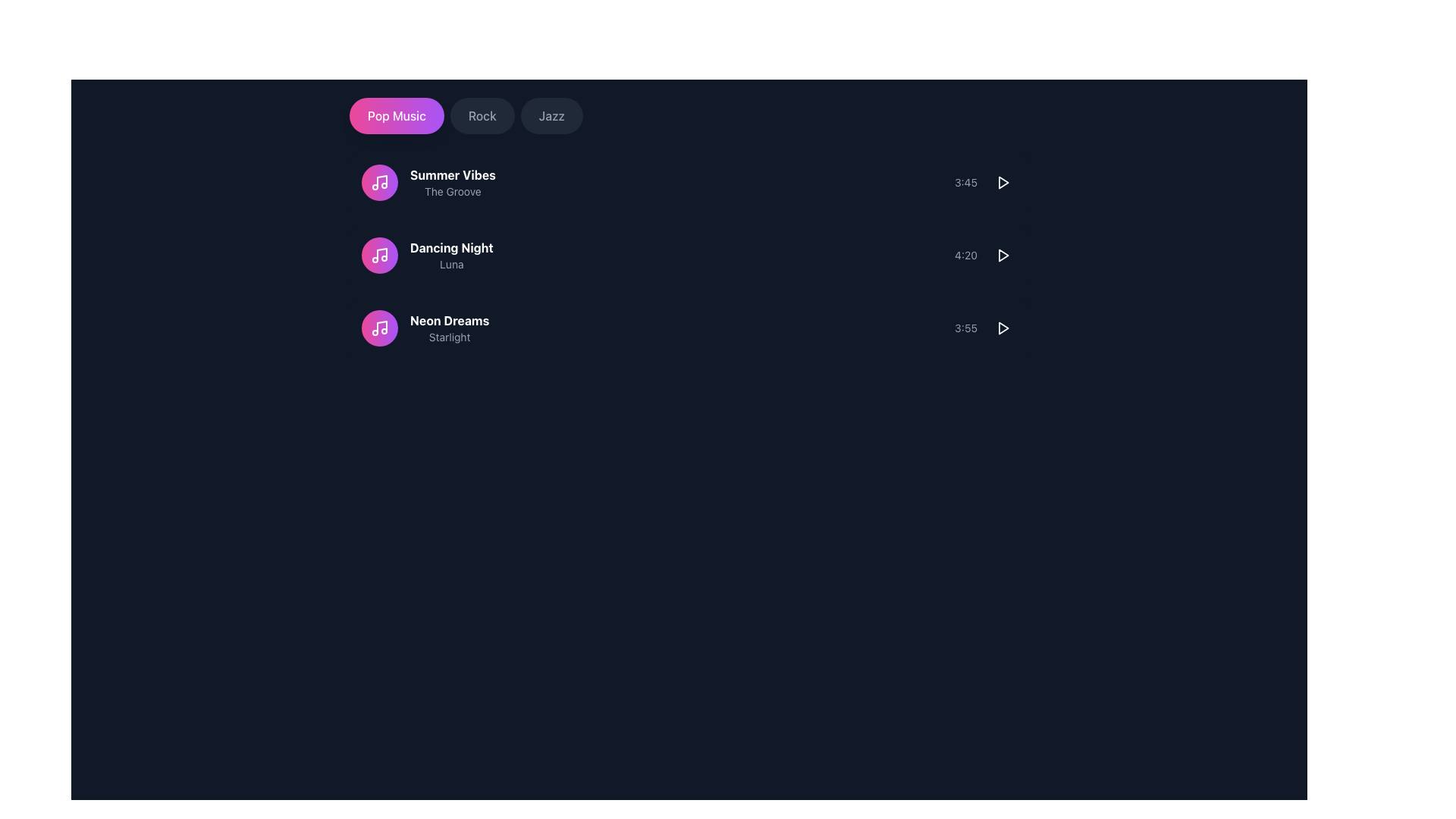 The image size is (1456, 819). What do you see at coordinates (382, 180) in the screenshot?
I see `the SVG musical note icon representing the track 'Summer Vibes' for visual feedback` at bounding box center [382, 180].